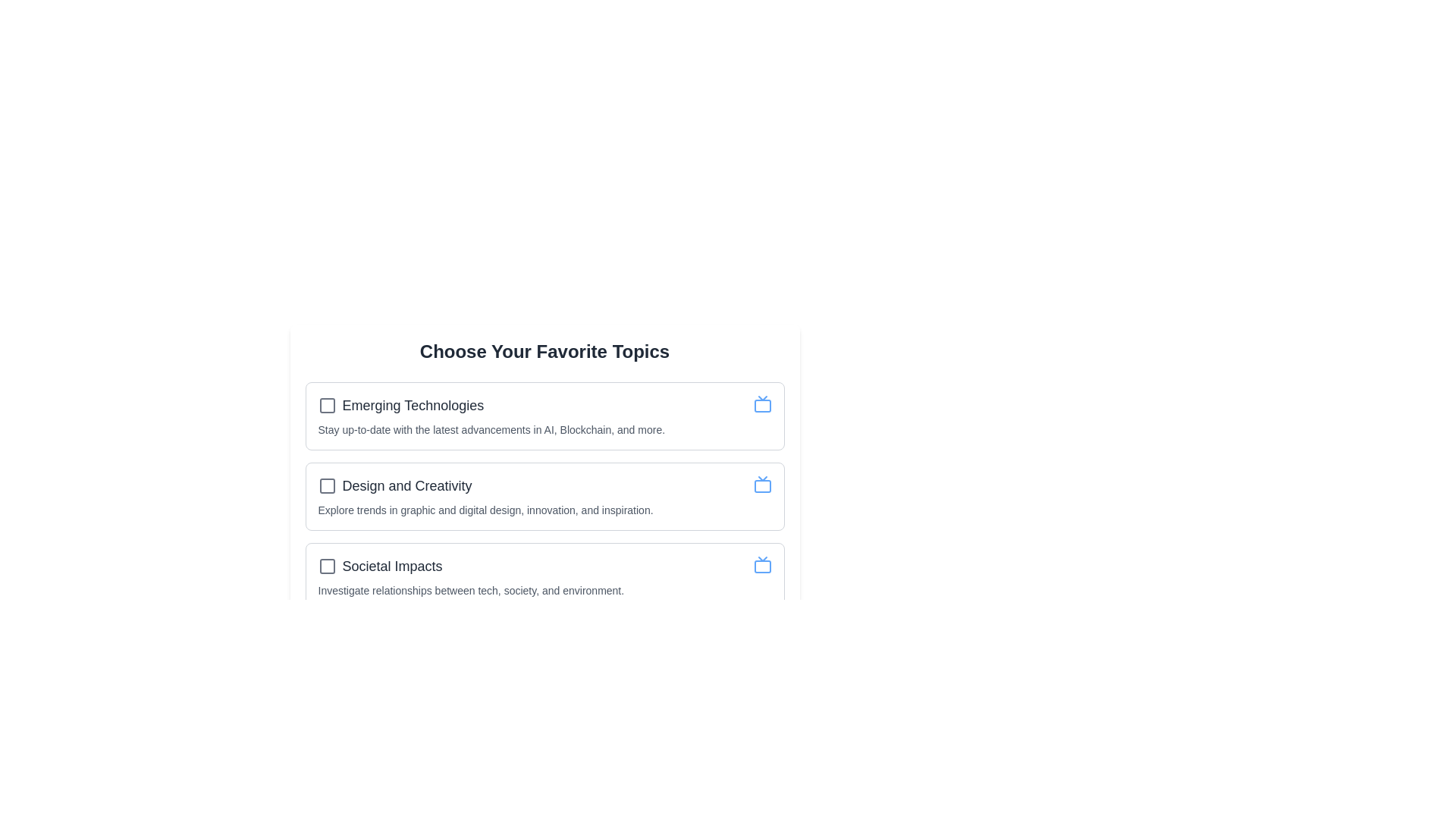  What do you see at coordinates (392, 566) in the screenshot?
I see `the text label that describes a topic within the third item of the 'Choose Your Favorite Topics' list, located immediately after the adjacent checkbox icon` at bounding box center [392, 566].